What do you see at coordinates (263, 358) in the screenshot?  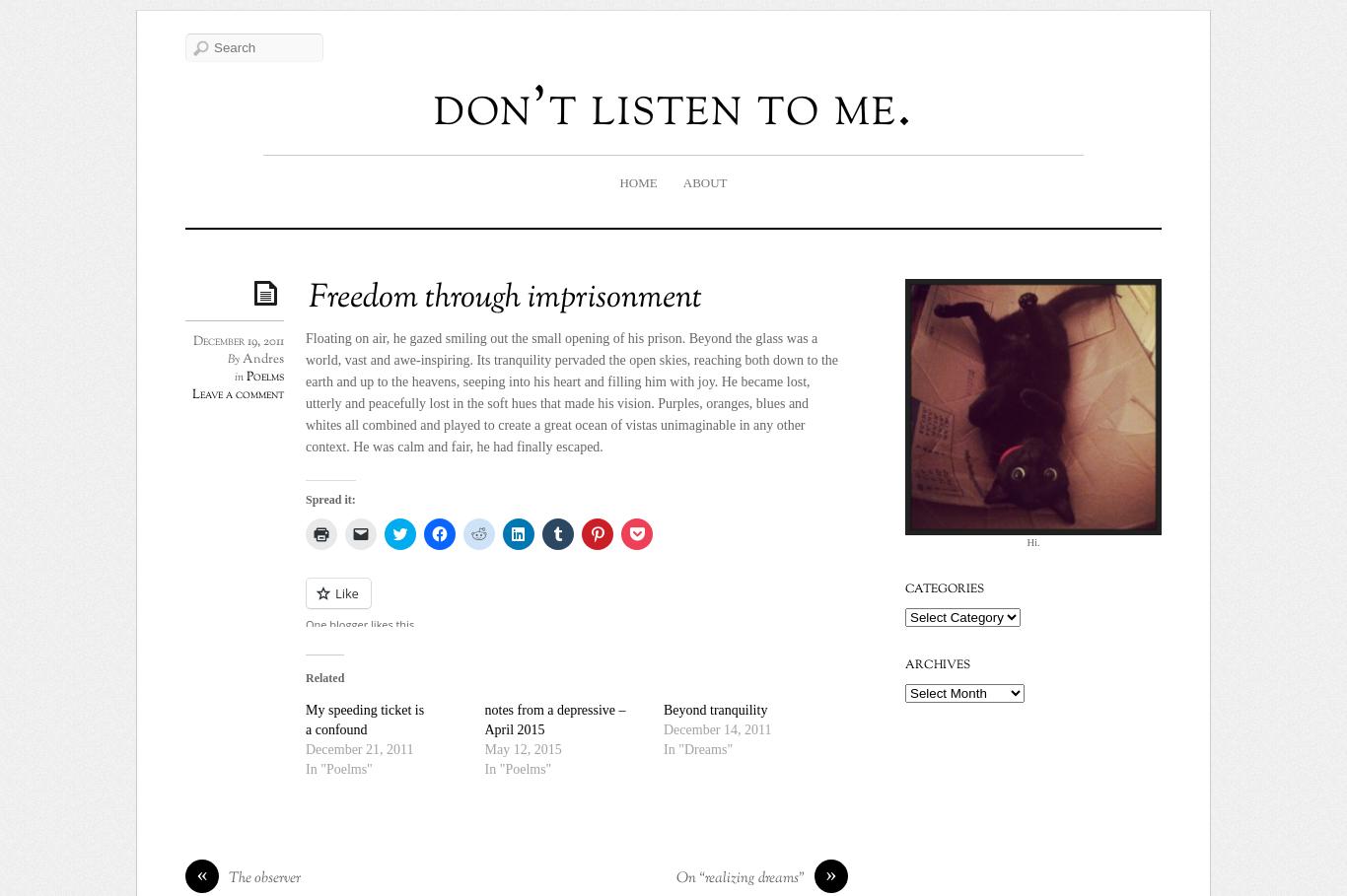 I see `'Andres'` at bounding box center [263, 358].